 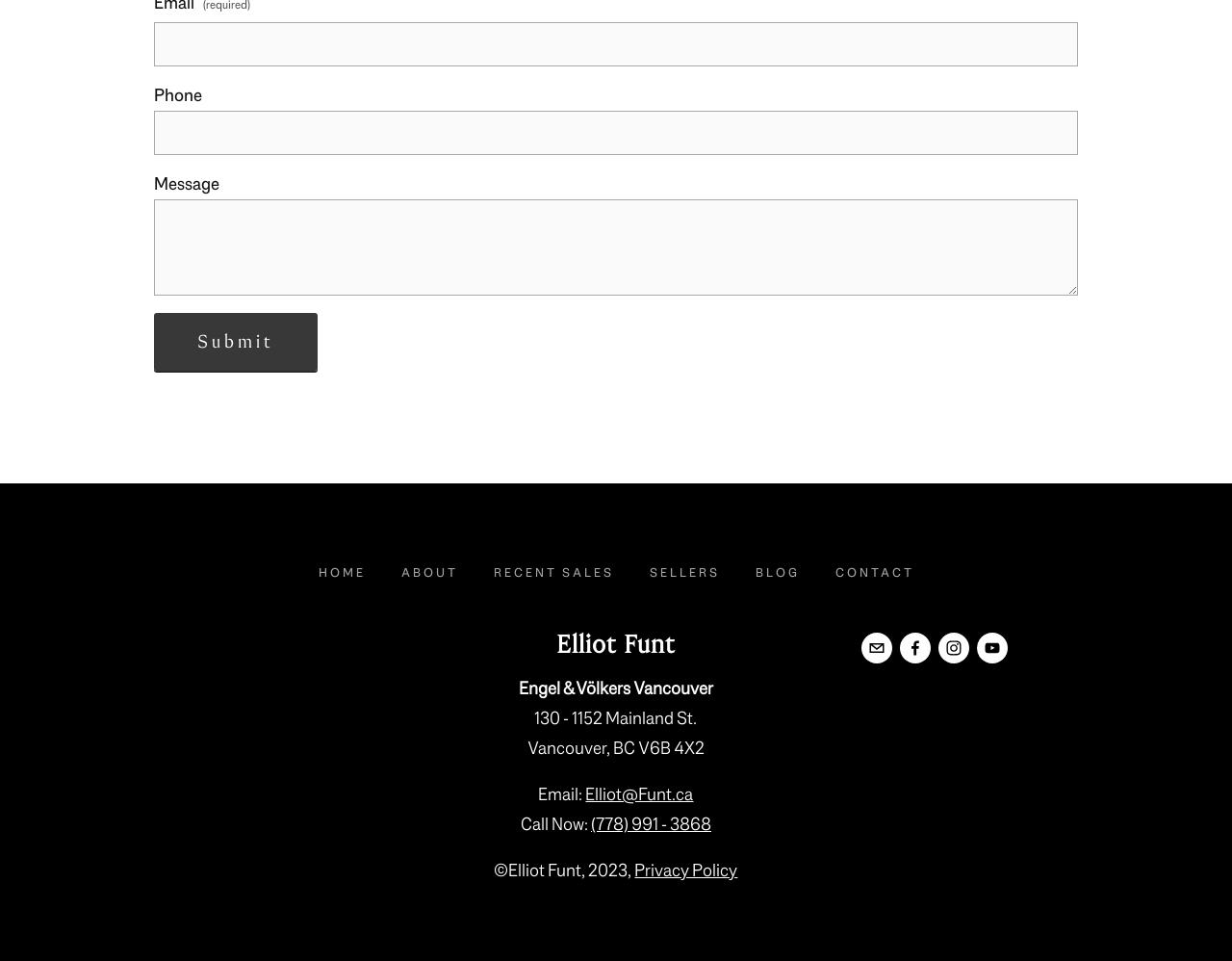 What do you see at coordinates (614, 717) in the screenshot?
I see `'130 - 1152 Mainland St.'` at bounding box center [614, 717].